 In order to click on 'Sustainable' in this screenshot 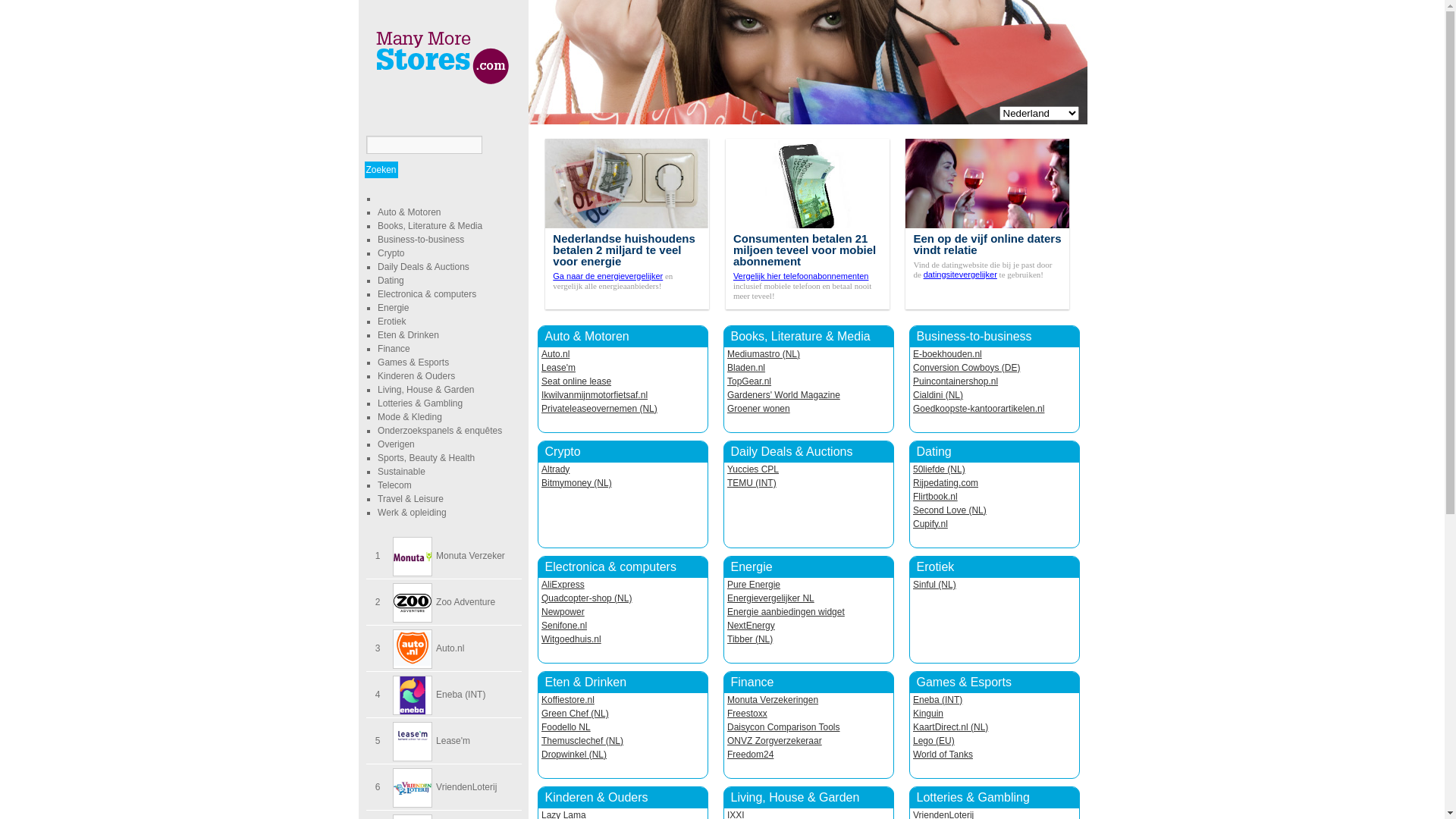, I will do `click(401, 470)`.